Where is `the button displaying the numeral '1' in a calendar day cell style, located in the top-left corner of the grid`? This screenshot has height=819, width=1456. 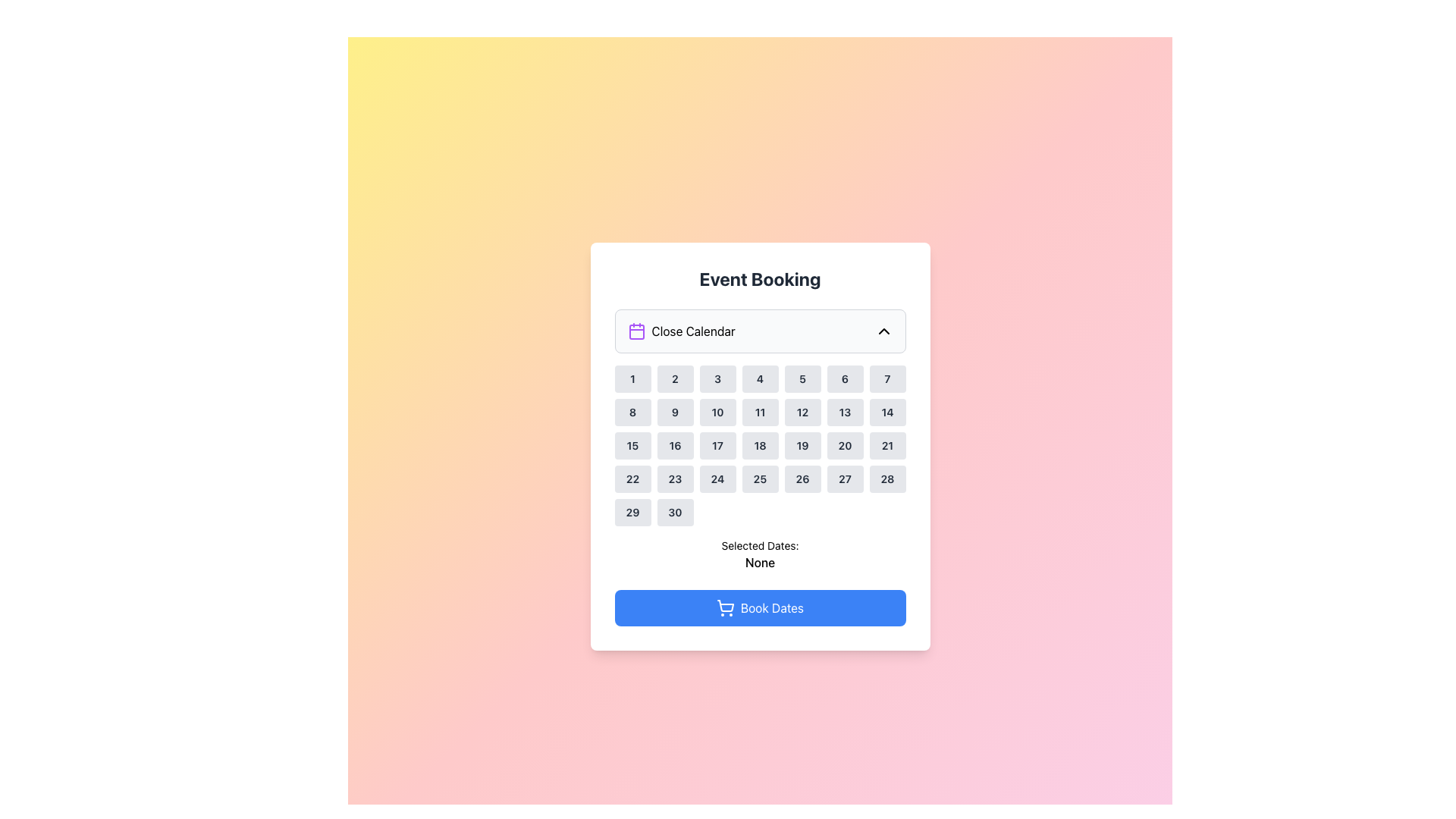 the button displaying the numeral '1' in a calendar day cell style, located in the top-left corner of the grid is located at coordinates (632, 378).